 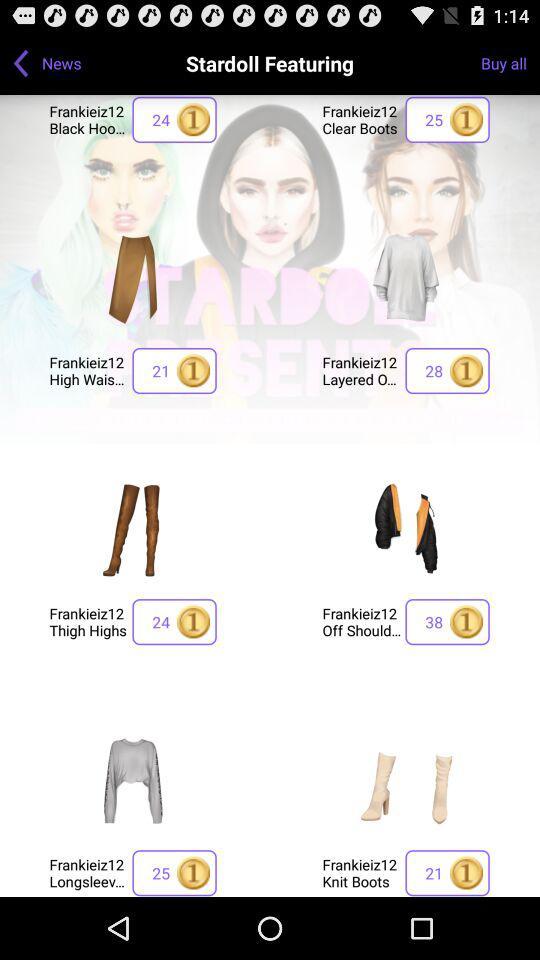 What do you see at coordinates (133, 779) in the screenshot?
I see `product image` at bounding box center [133, 779].